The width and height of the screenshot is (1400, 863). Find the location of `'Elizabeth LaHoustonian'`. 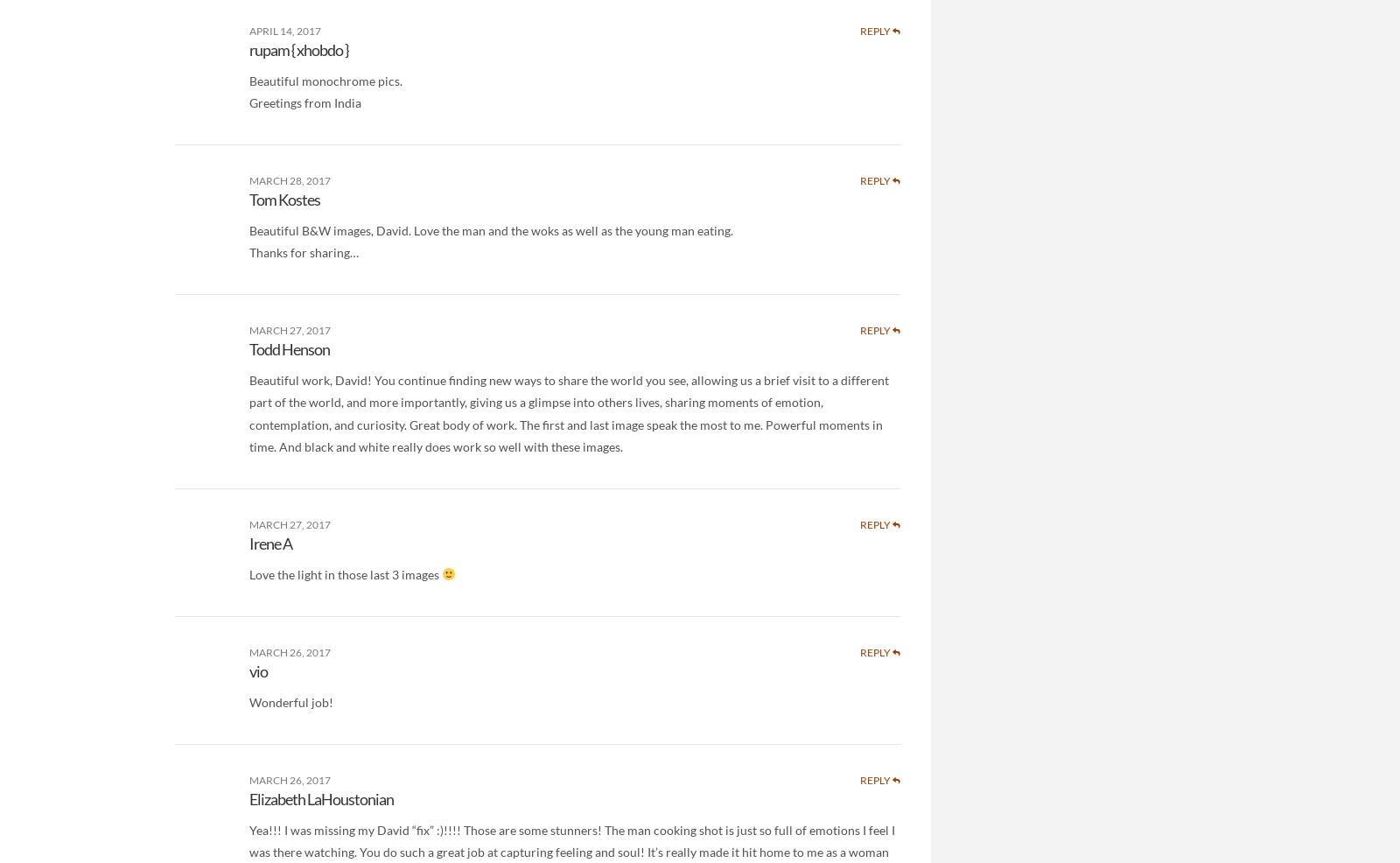

'Elizabeth LaHoustonian' is located at coordinates (321, 799).